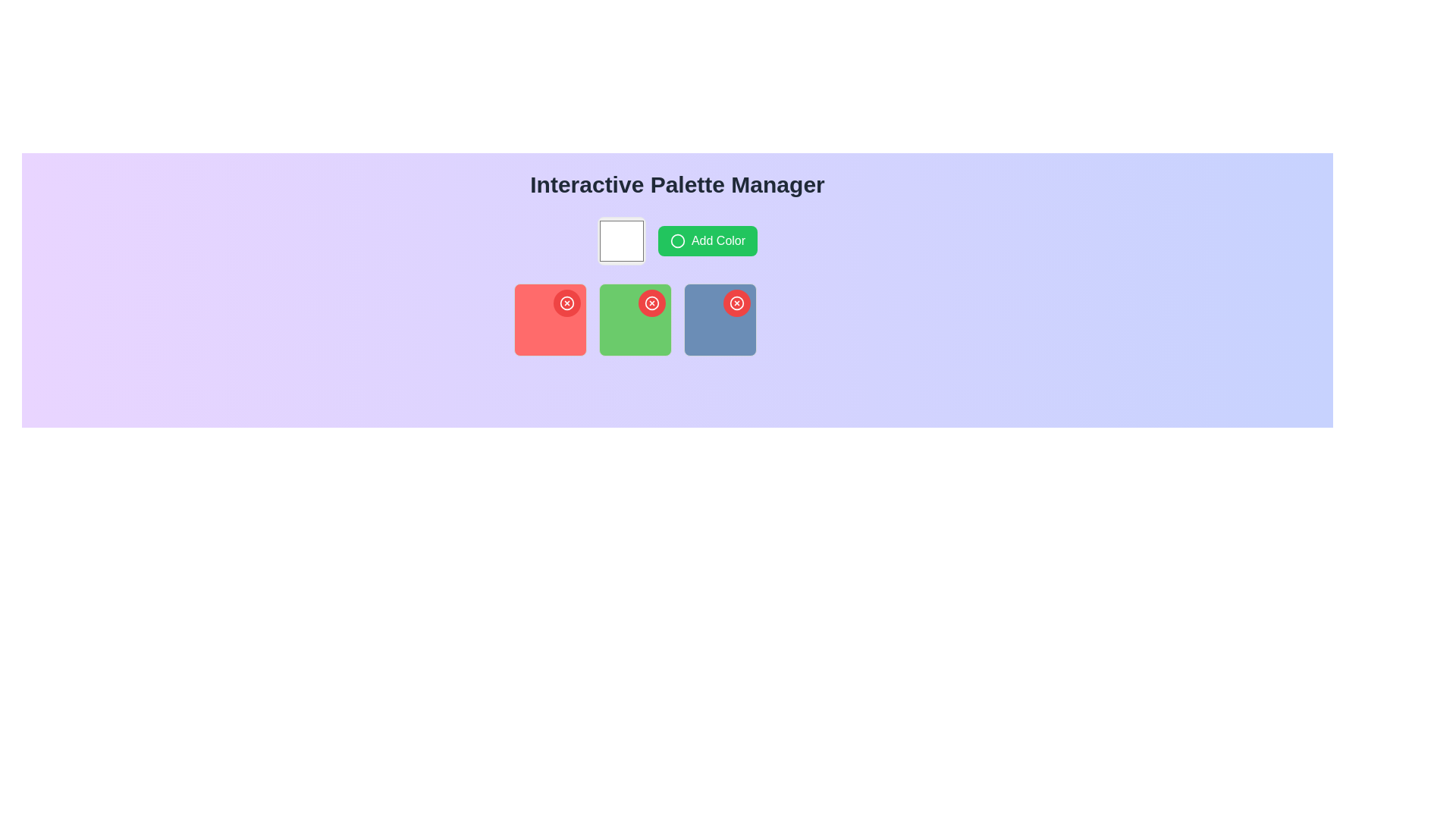  I want to click on the circular icon styled as an outlined circle with a green fill color, located inside the 'Add Color' button, to observe a tooltip or effect, so click(676, 240).